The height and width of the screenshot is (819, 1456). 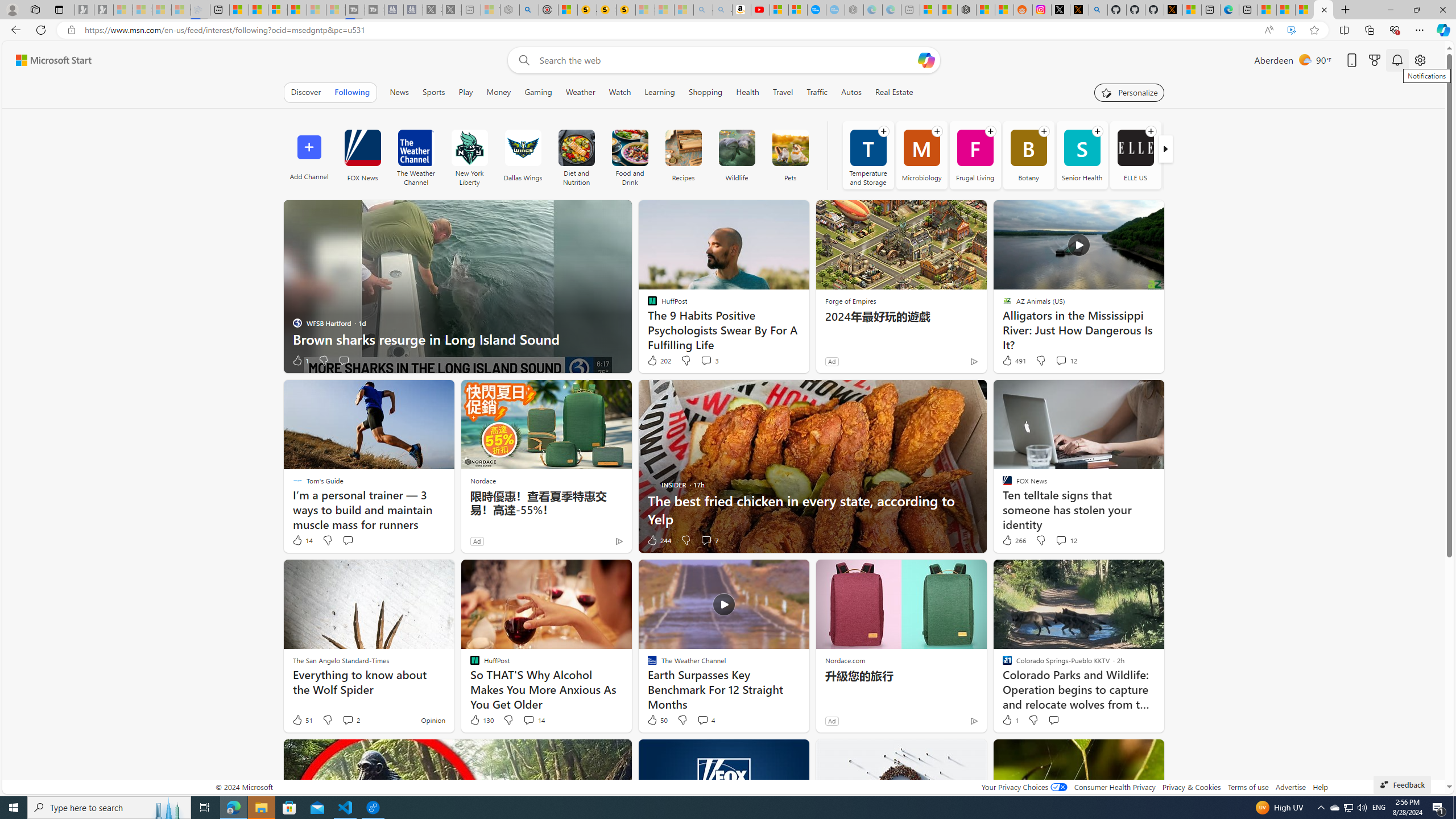 I want to click on 'amazon - Search - Sleeping', so click(x=702, y=9).